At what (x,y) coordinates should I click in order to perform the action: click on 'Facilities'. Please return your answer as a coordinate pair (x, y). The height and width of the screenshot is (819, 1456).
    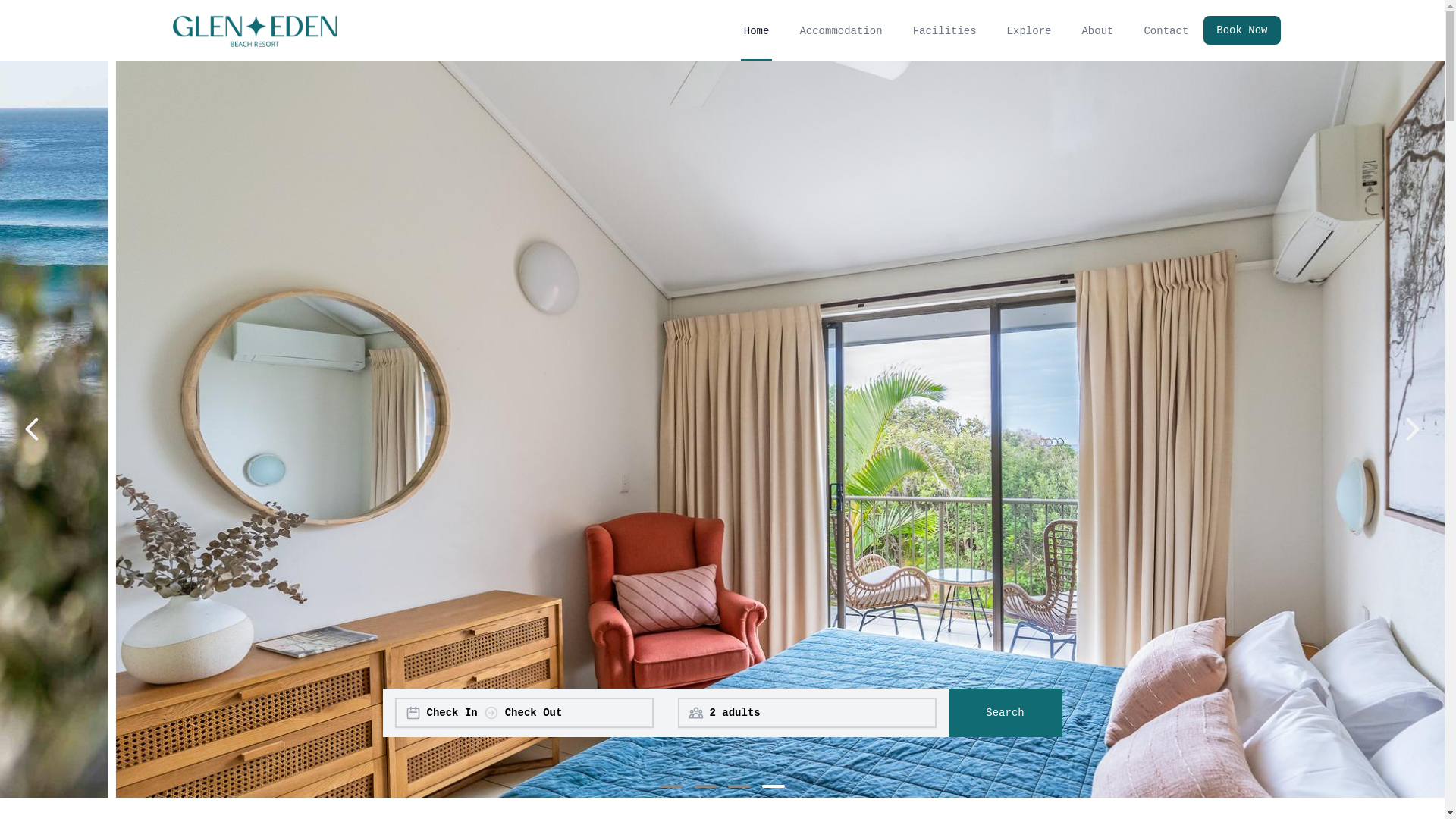
    Looking at the image, I should click on (910, 30).